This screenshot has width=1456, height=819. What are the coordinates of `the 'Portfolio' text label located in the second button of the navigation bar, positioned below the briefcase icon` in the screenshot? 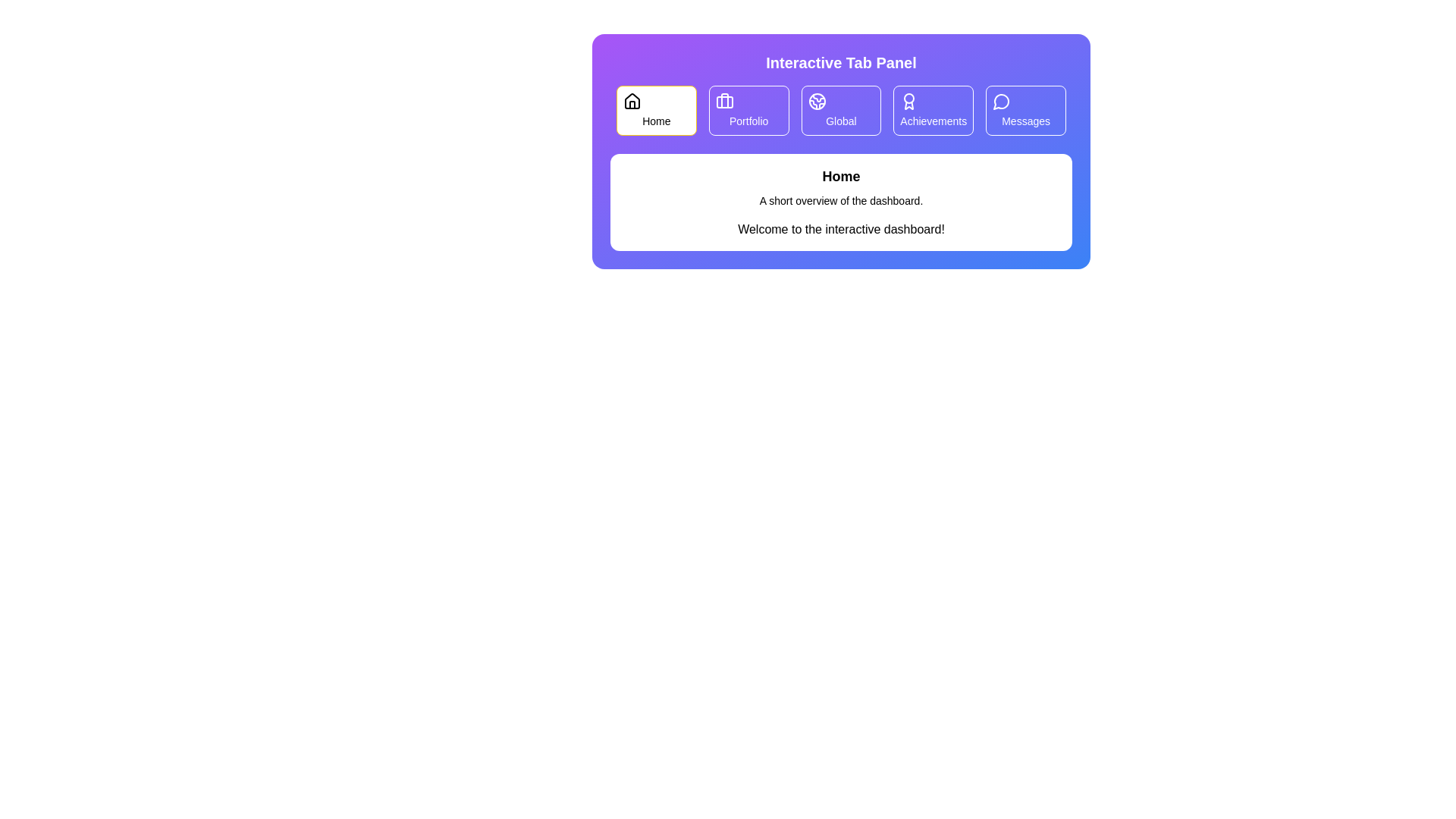 It's located at (748, 120).